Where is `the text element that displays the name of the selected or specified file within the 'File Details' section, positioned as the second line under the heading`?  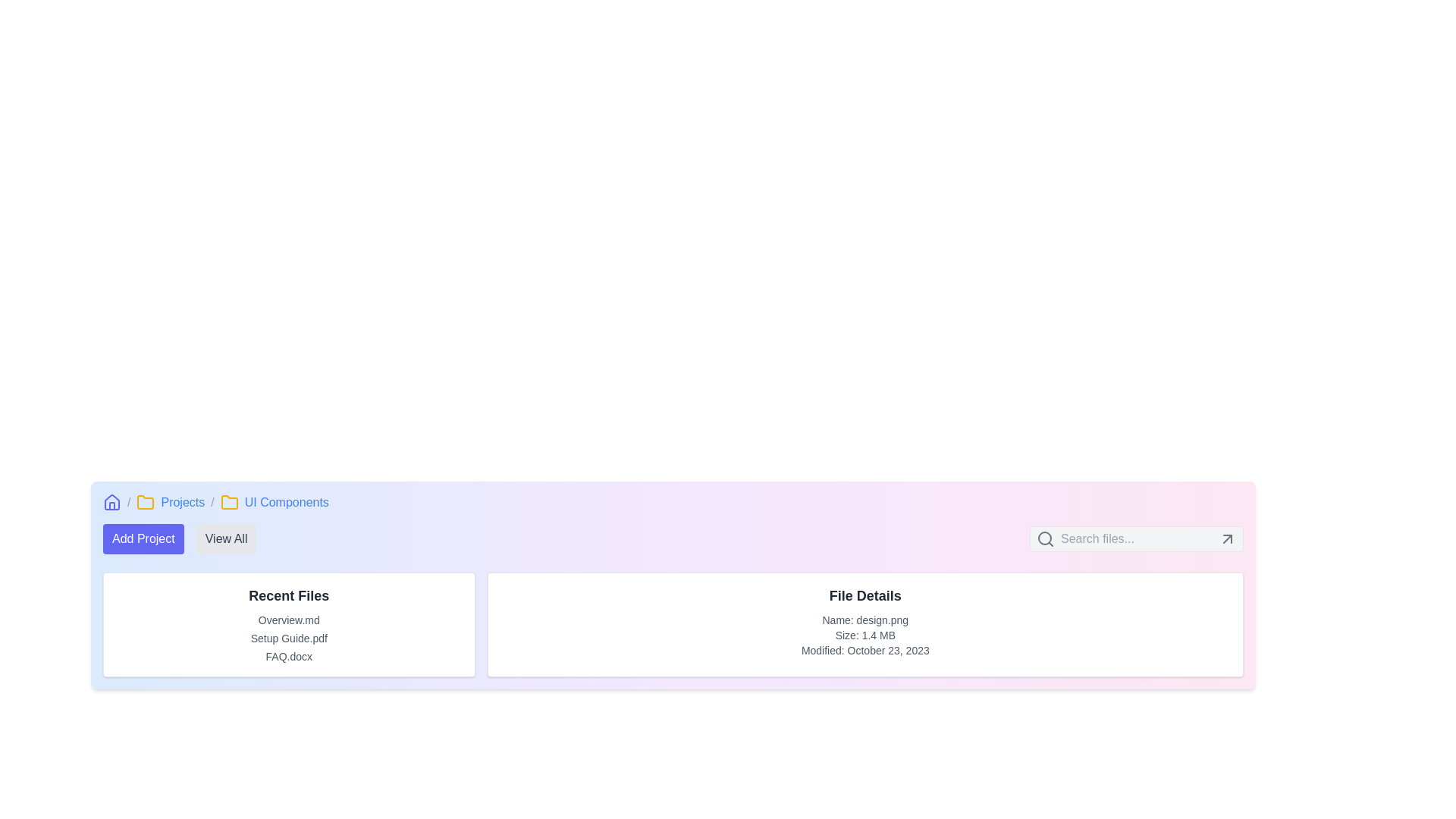 the text element that displays the name of the selected or specified file within the 'File Details' section, positioned as the second line under the heading is located at coordinates (865, 620).